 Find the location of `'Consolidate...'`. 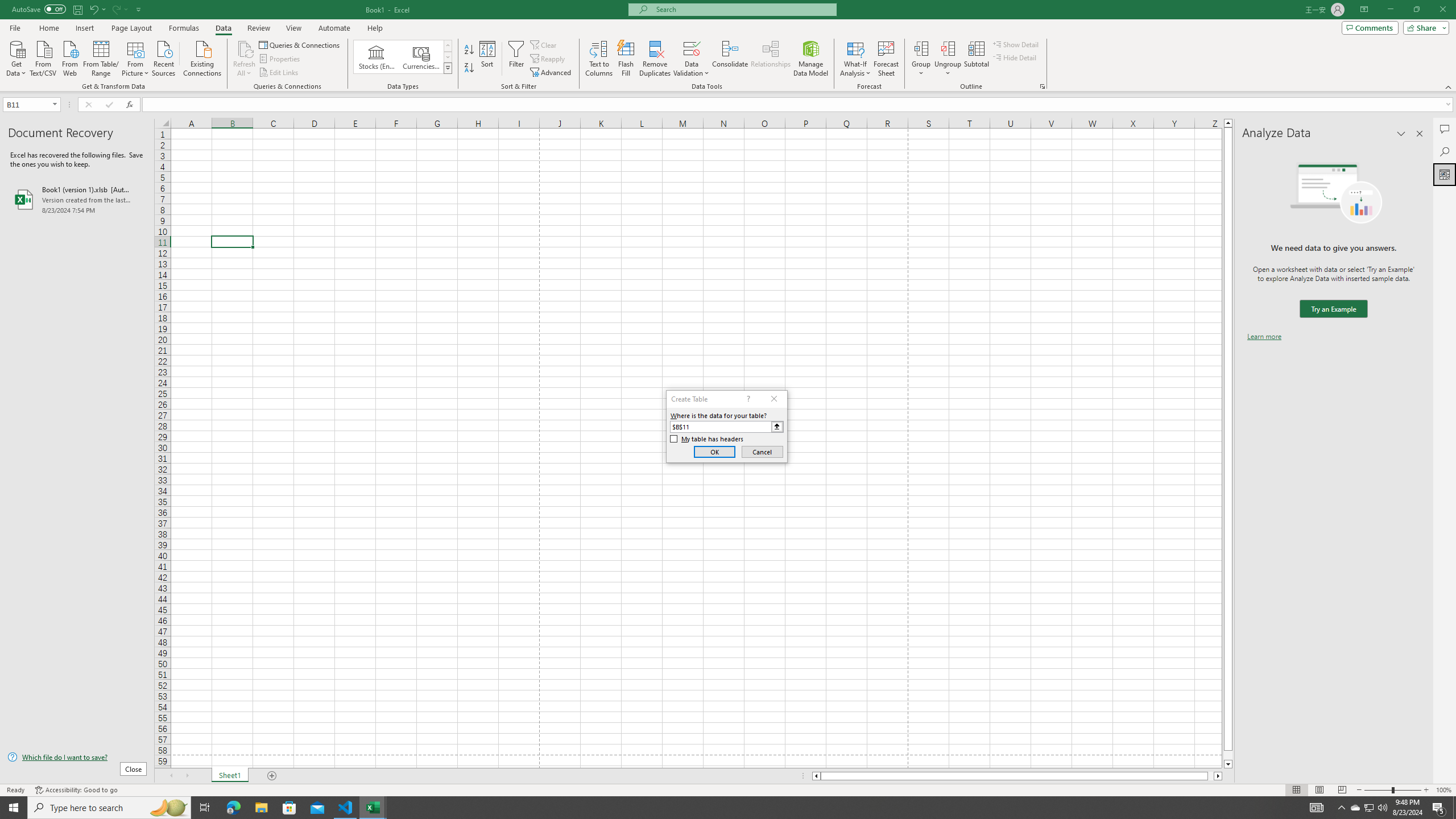

'Consolidate...' is located at coordinates (730, 59).